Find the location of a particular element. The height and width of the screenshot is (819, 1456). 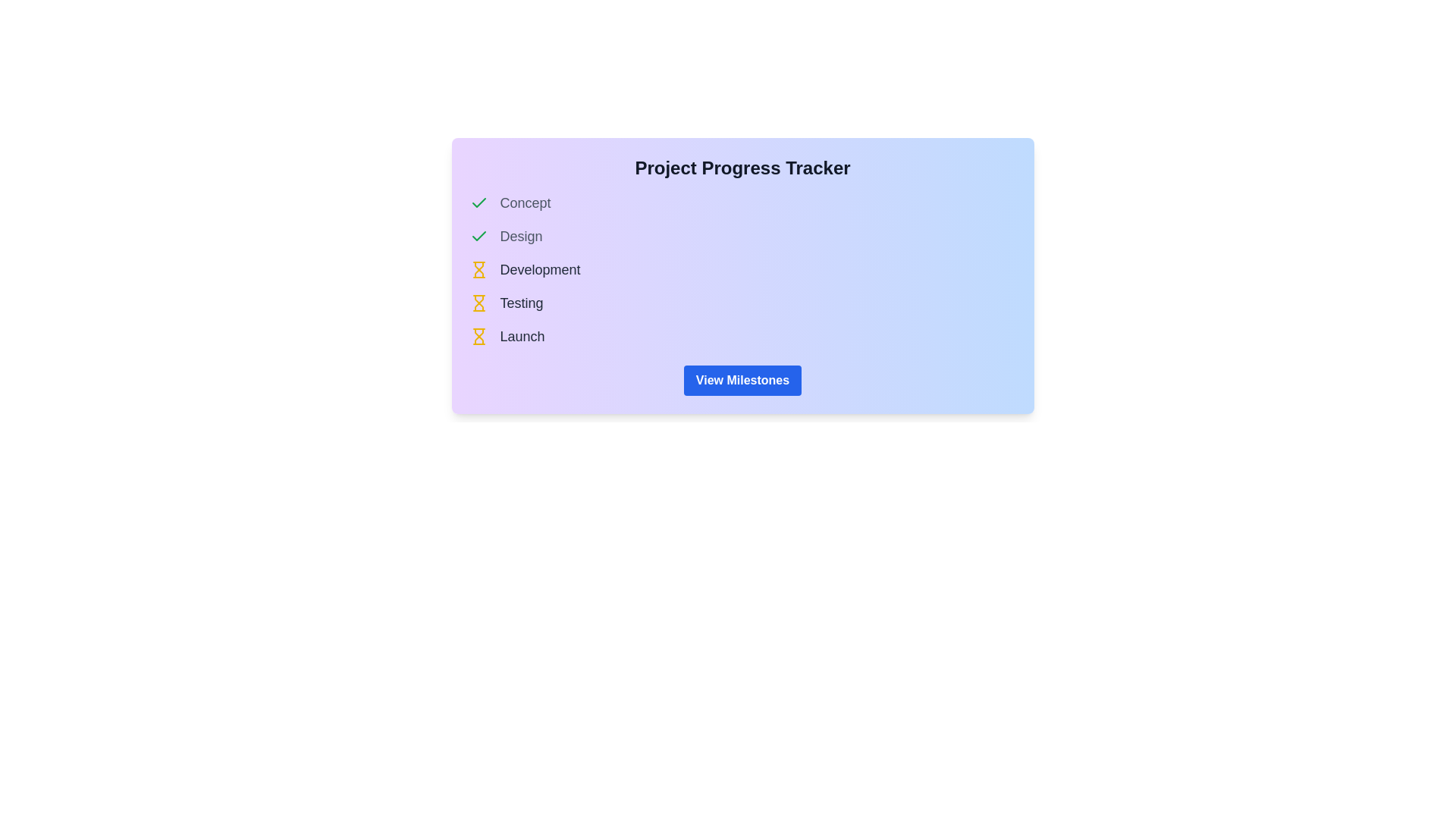

the green checkmark icon representing a completed task, located to the left of the 'Design' label in the project stages list is located at coordinates (478, 237).